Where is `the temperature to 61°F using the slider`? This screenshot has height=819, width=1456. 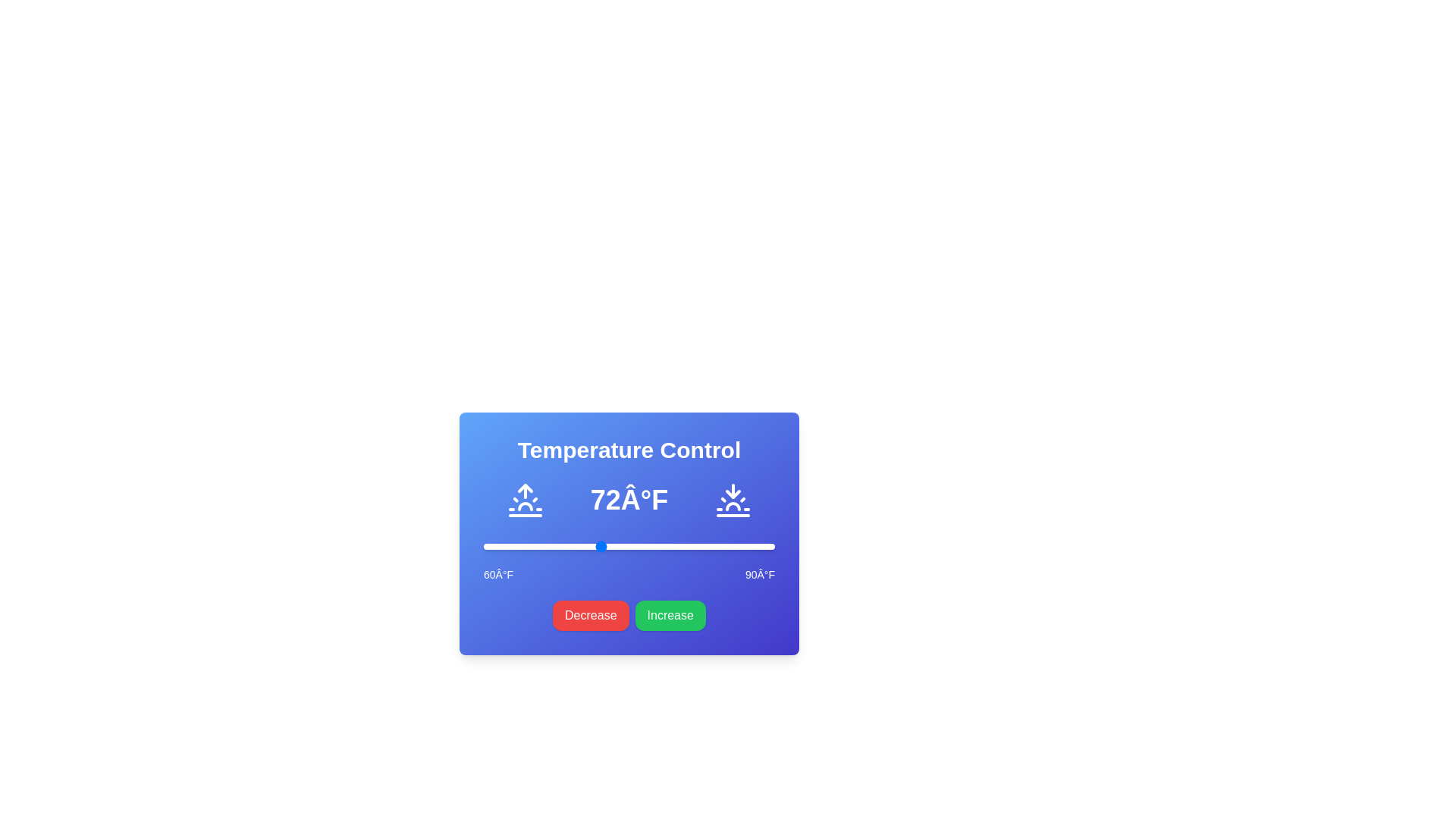 the temperature to 61°F using the slider is located at coordinates (493, 547).